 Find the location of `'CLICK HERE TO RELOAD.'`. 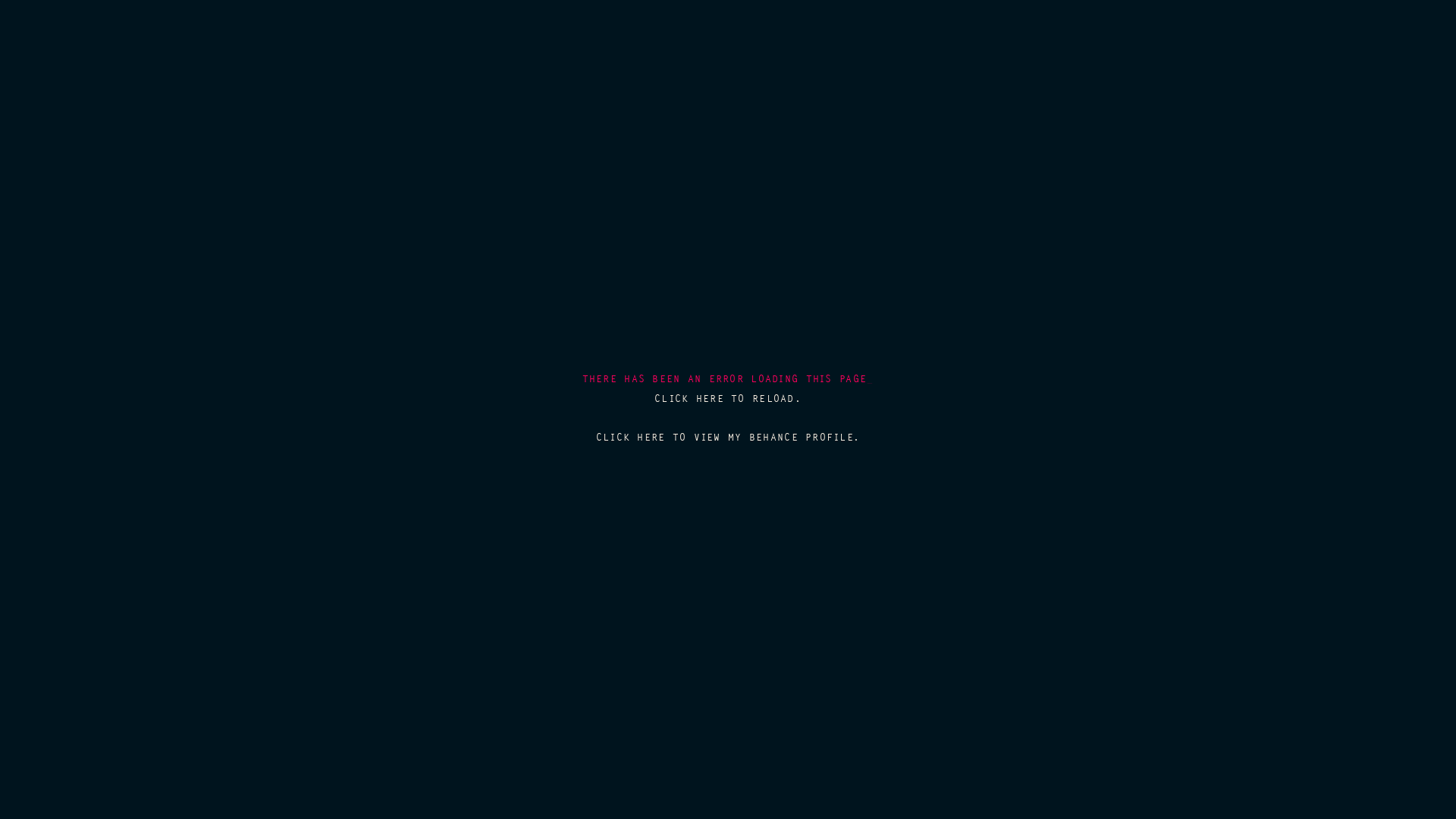

'CLICK HERE TO RELOAD.' is located at coordinates (728, 397).